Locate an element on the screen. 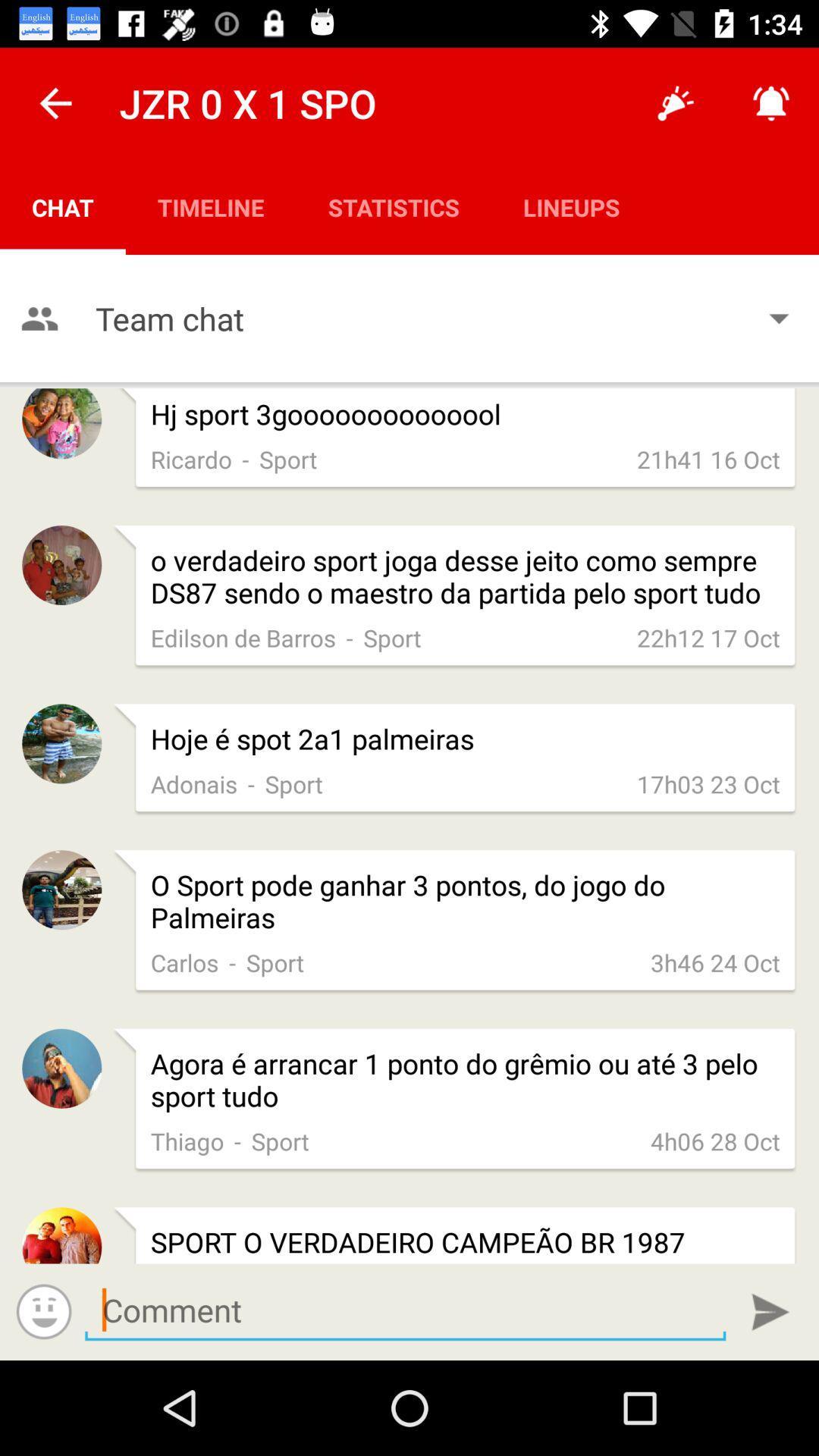 Image resolution: width=819 pixels, height=1456 pixels. app below the hj sport 3goooooooooooool app is located at coordinates (190, 458).